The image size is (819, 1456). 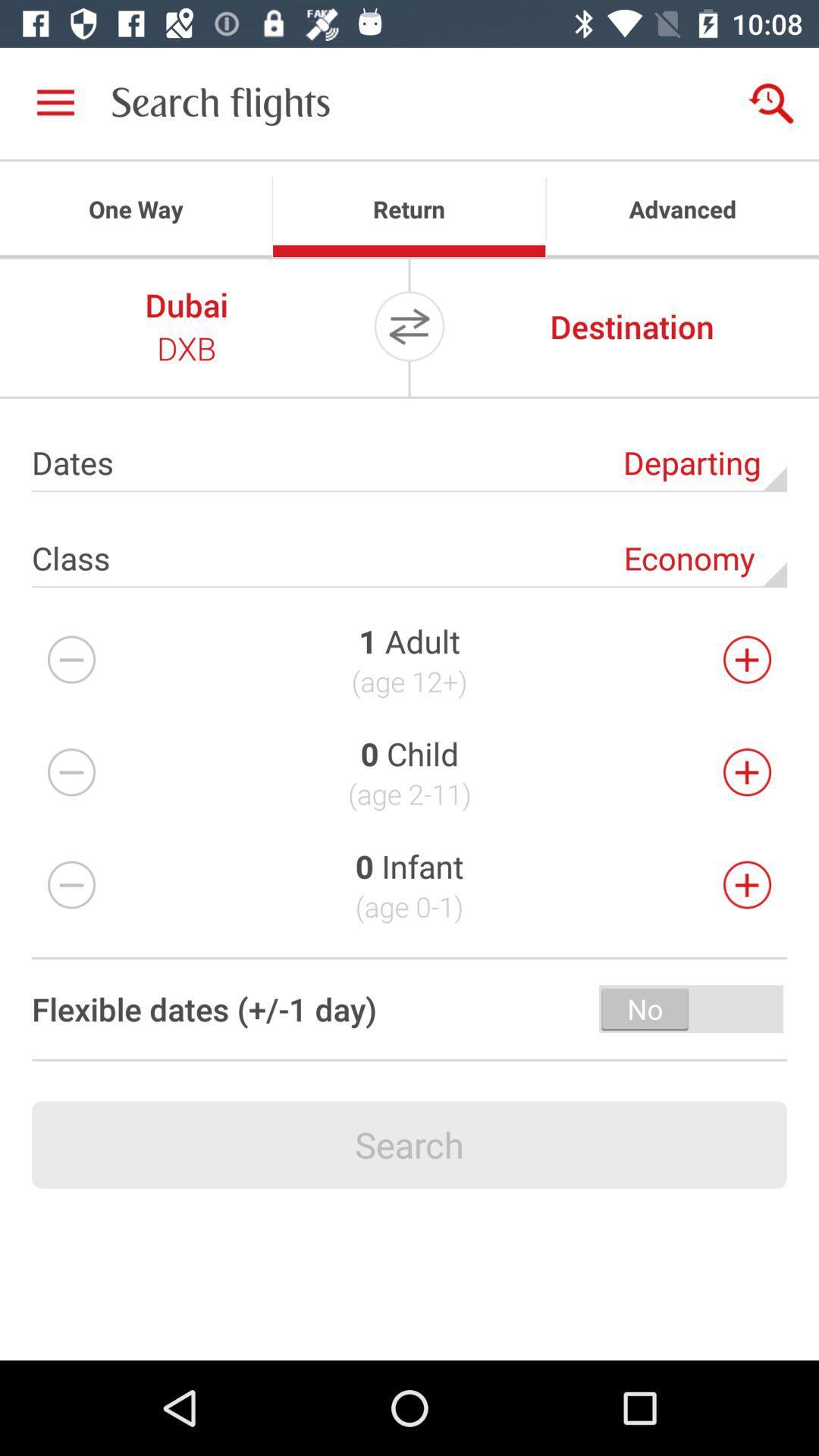 What do you see at coordinates (746, 884) in the screenshot?
I see `the add icon` at bounding box center [746, 884].